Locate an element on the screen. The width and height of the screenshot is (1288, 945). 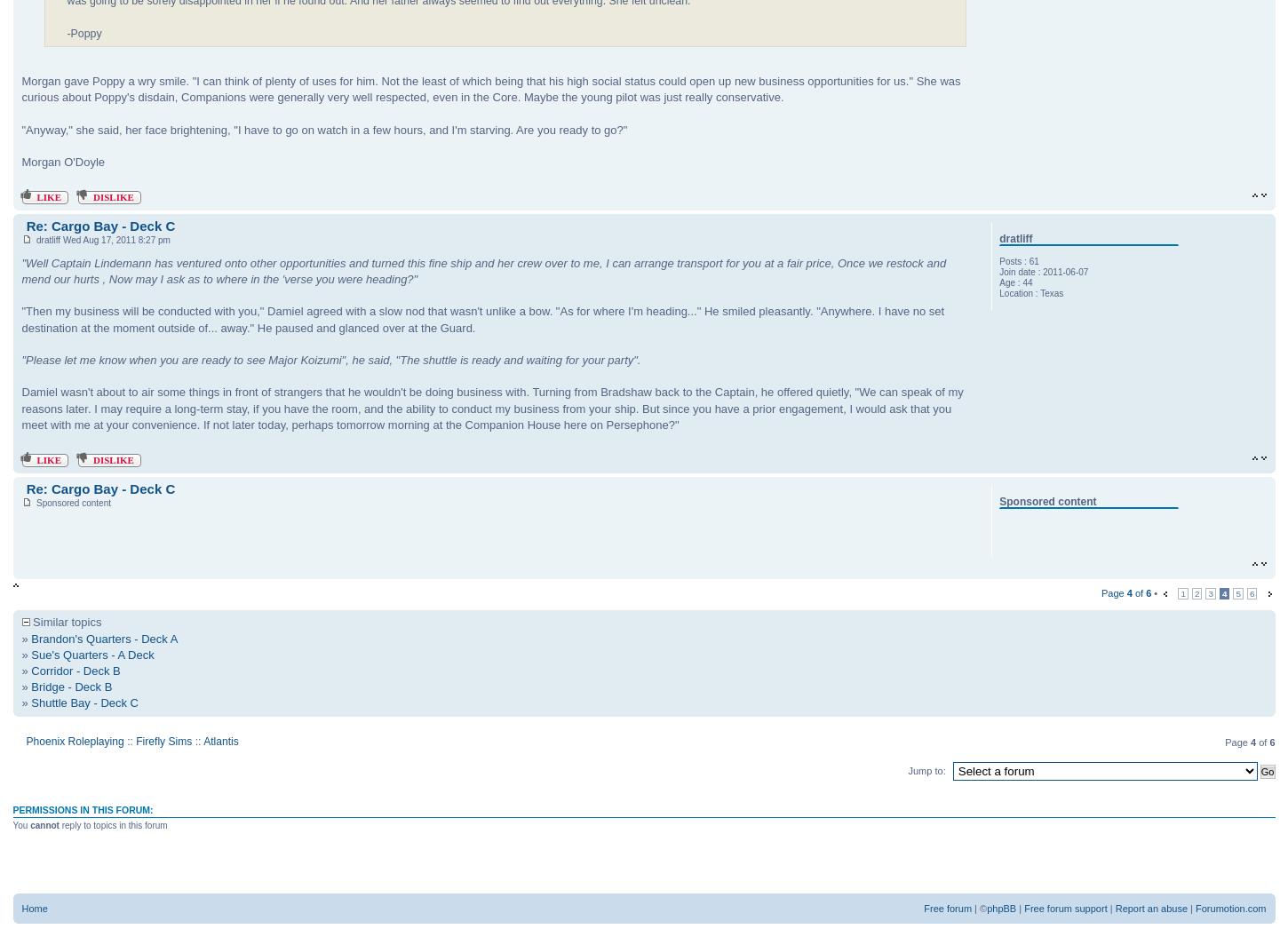
'Sue's Quarters - A Deck' is located at coordinates (91, 654).